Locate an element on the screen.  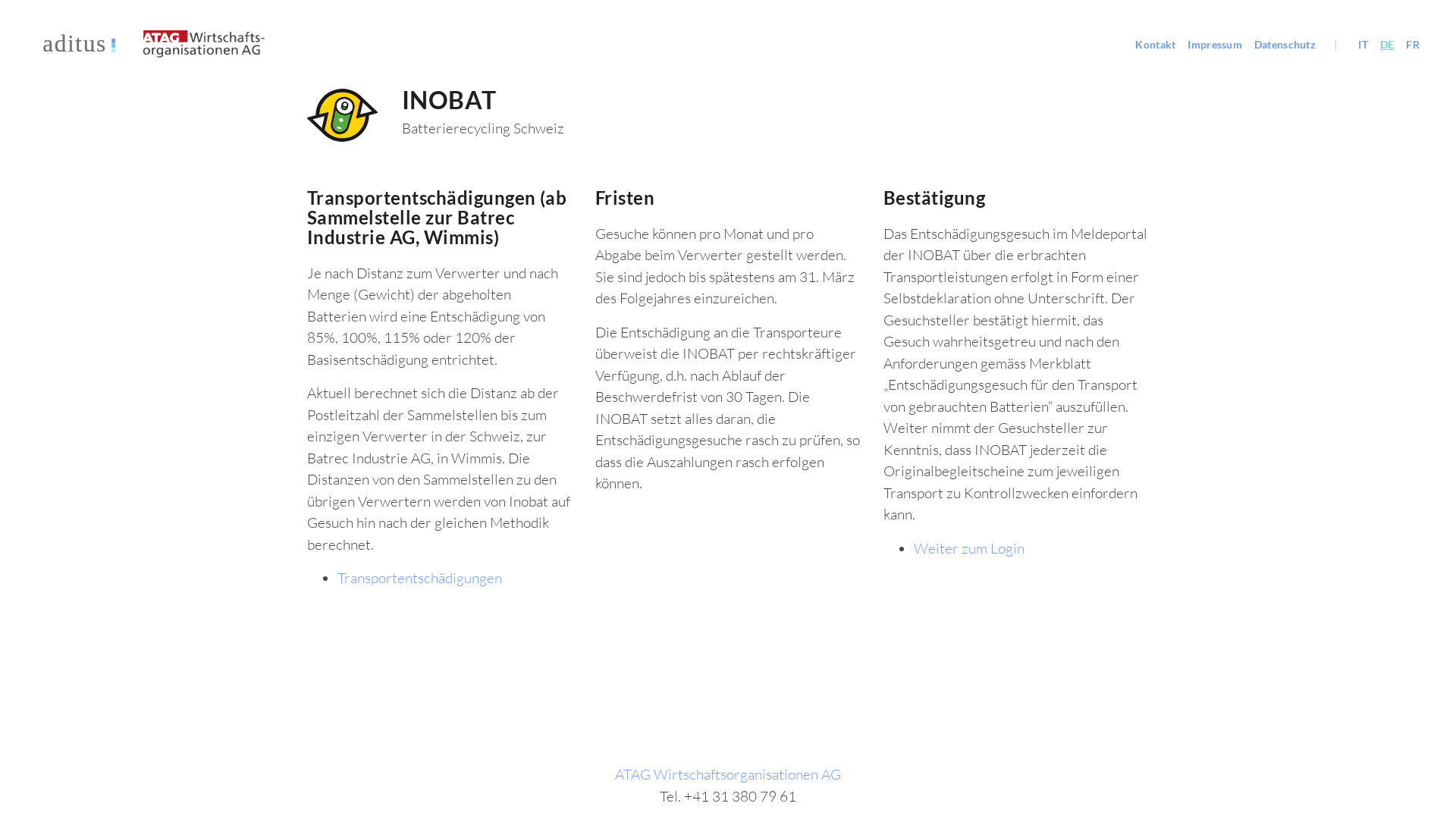
'Weiter zum Login' is located at coordinates (968, 547).